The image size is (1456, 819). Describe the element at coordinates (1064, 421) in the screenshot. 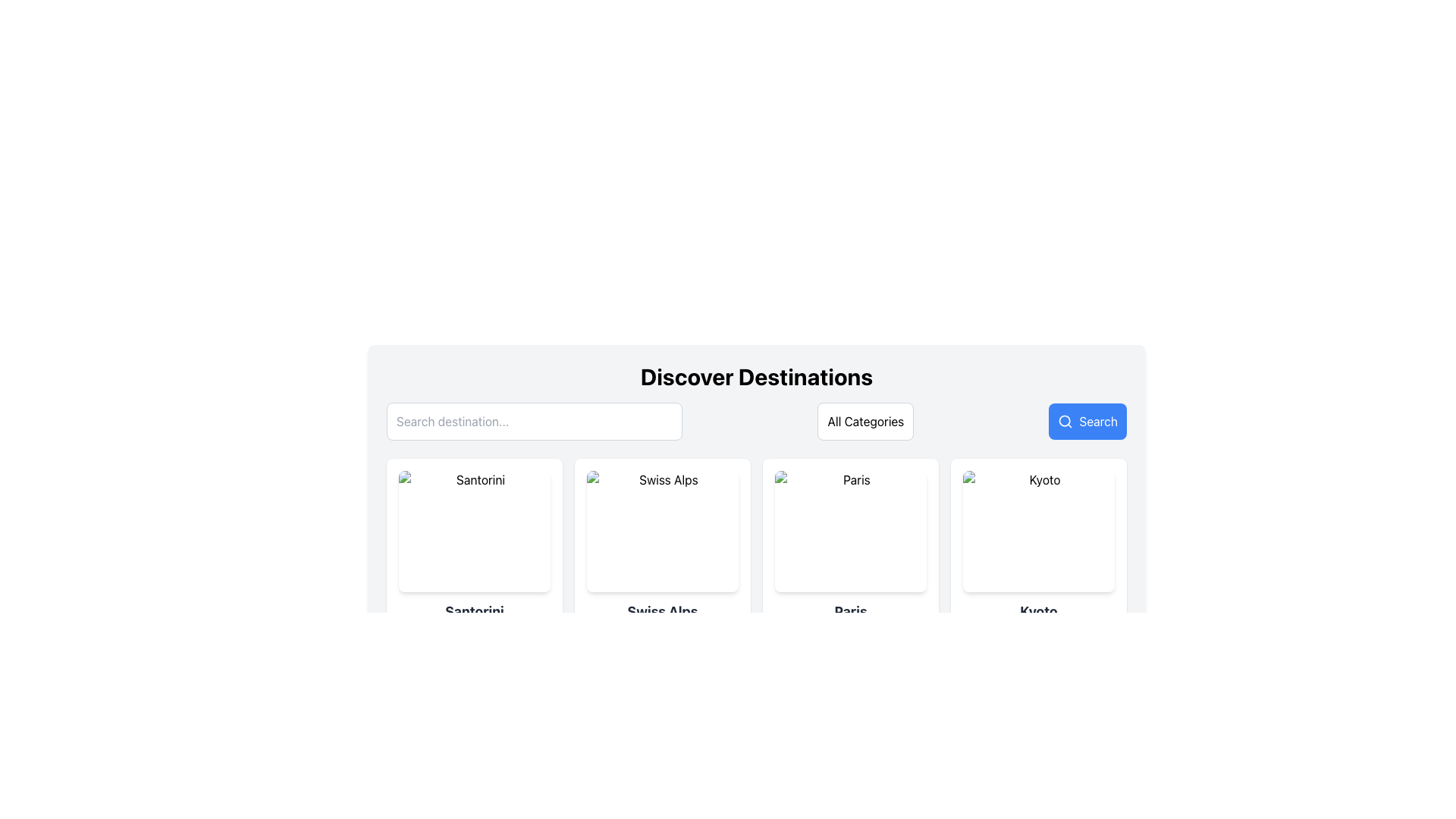

I see `the circular portion of the magnifying glass icon, which symbolizes the search functionality, located to the right of the 'Search' button` at that location.